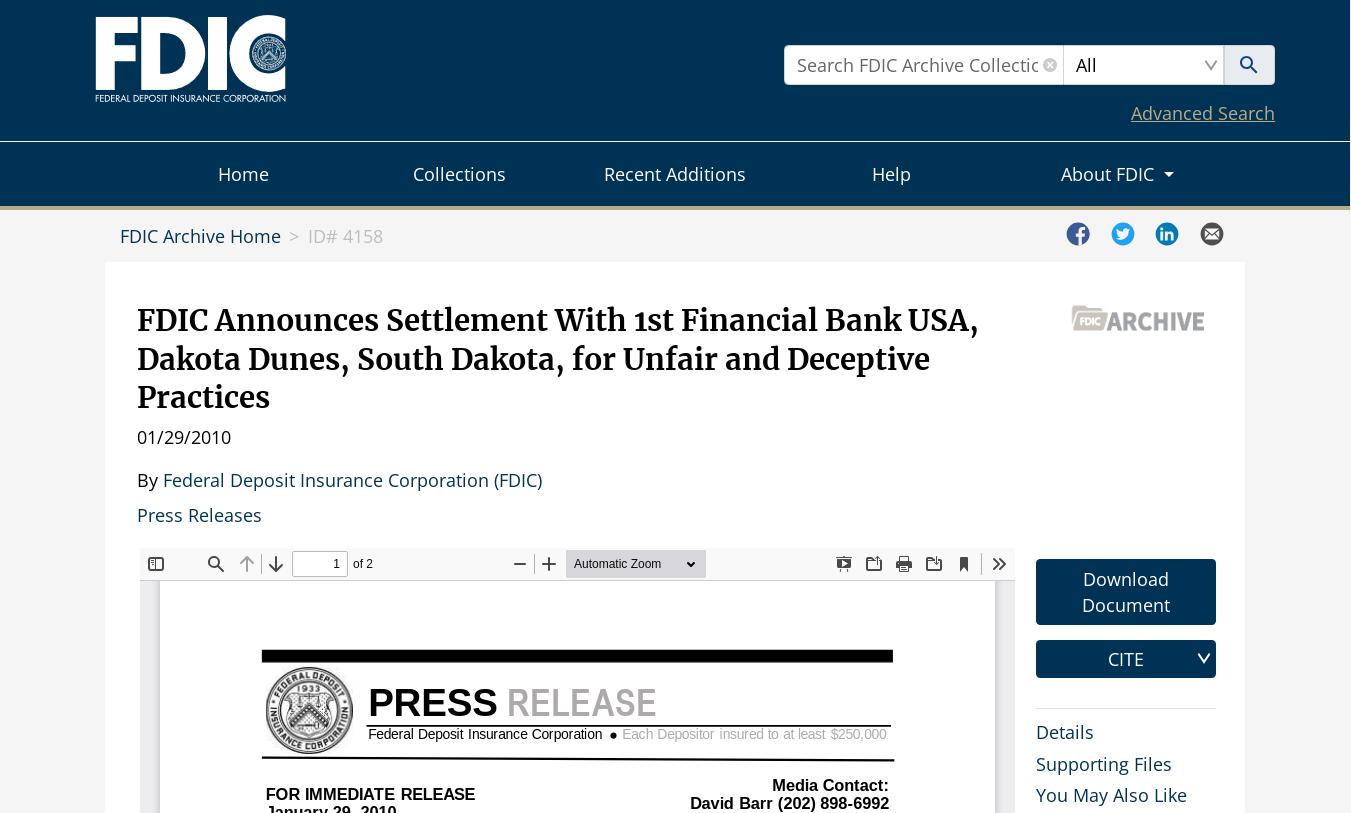  What do you see at coordinates (1064, 730) in the screenshot?
I see `'Details'` at bounding box center [1064, 730].